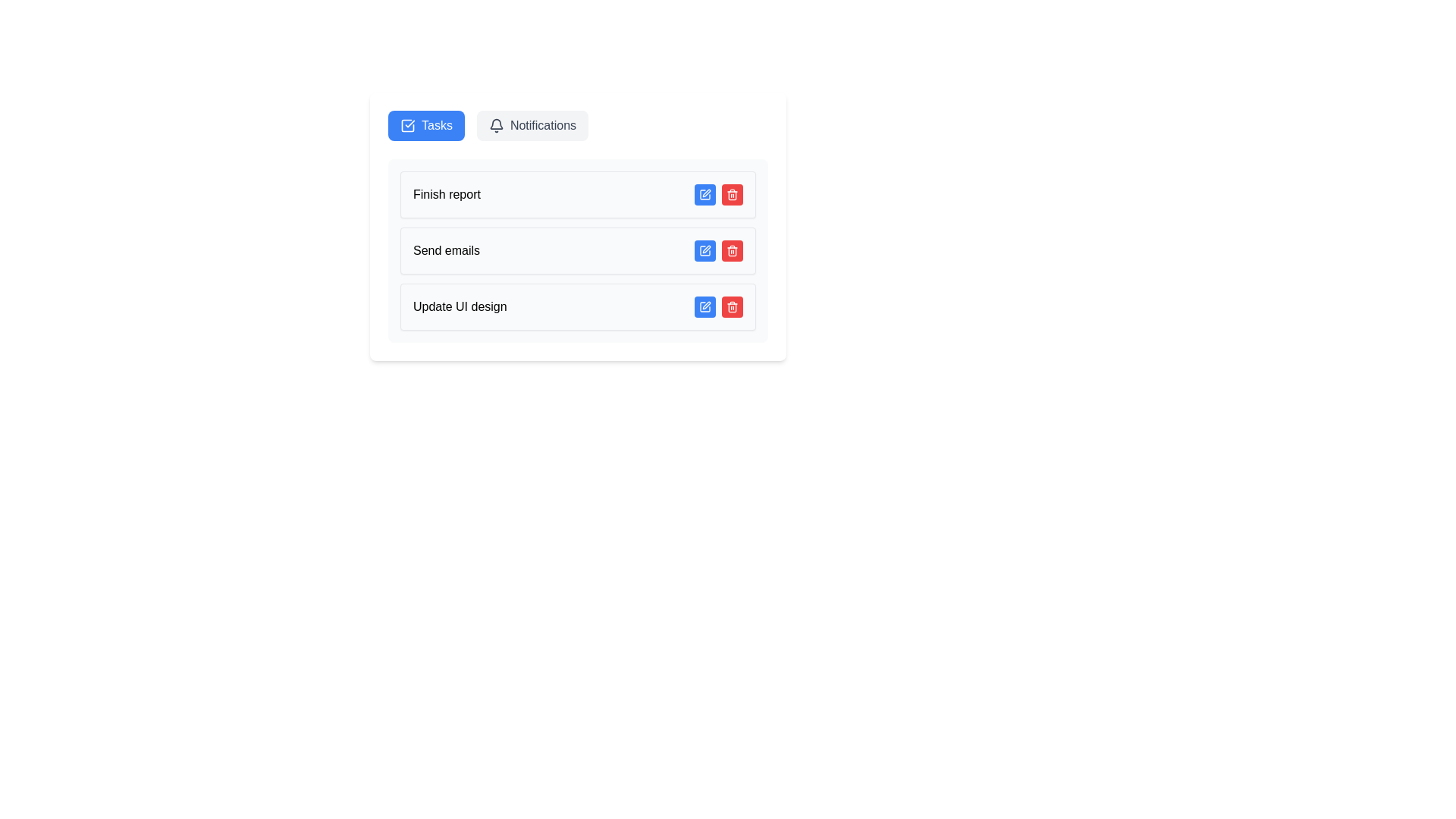 Image resolution: width=1456 pixels, height=819 pixels. What do you see at coordinates (704, 194) in the screenshot?
I see `the blue rounded rectangle button with a white pen icon located next to the red trash button` at bounding box center [704, 194].